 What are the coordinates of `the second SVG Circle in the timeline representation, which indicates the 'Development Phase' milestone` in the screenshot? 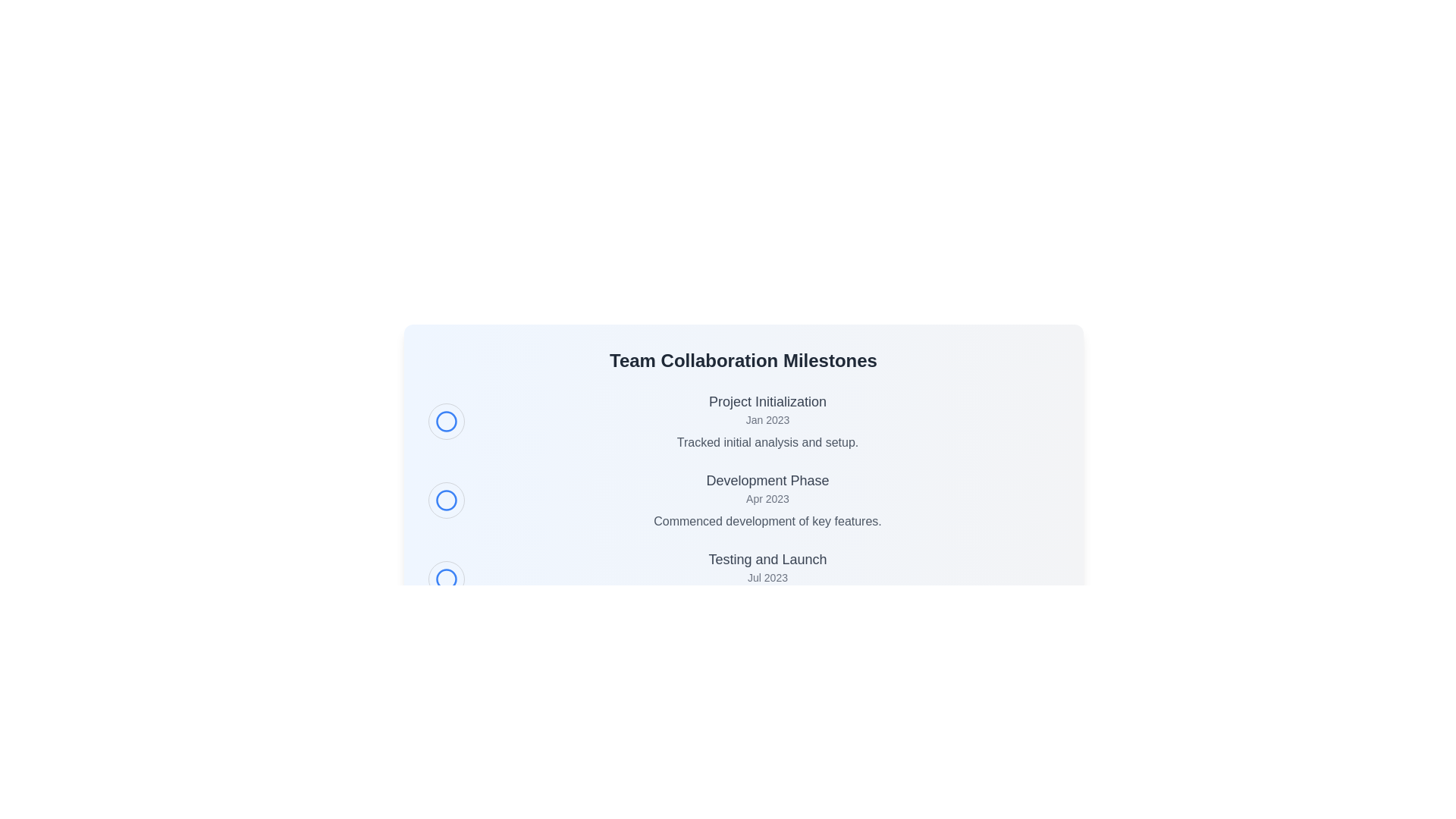 It's located at (445, 500).